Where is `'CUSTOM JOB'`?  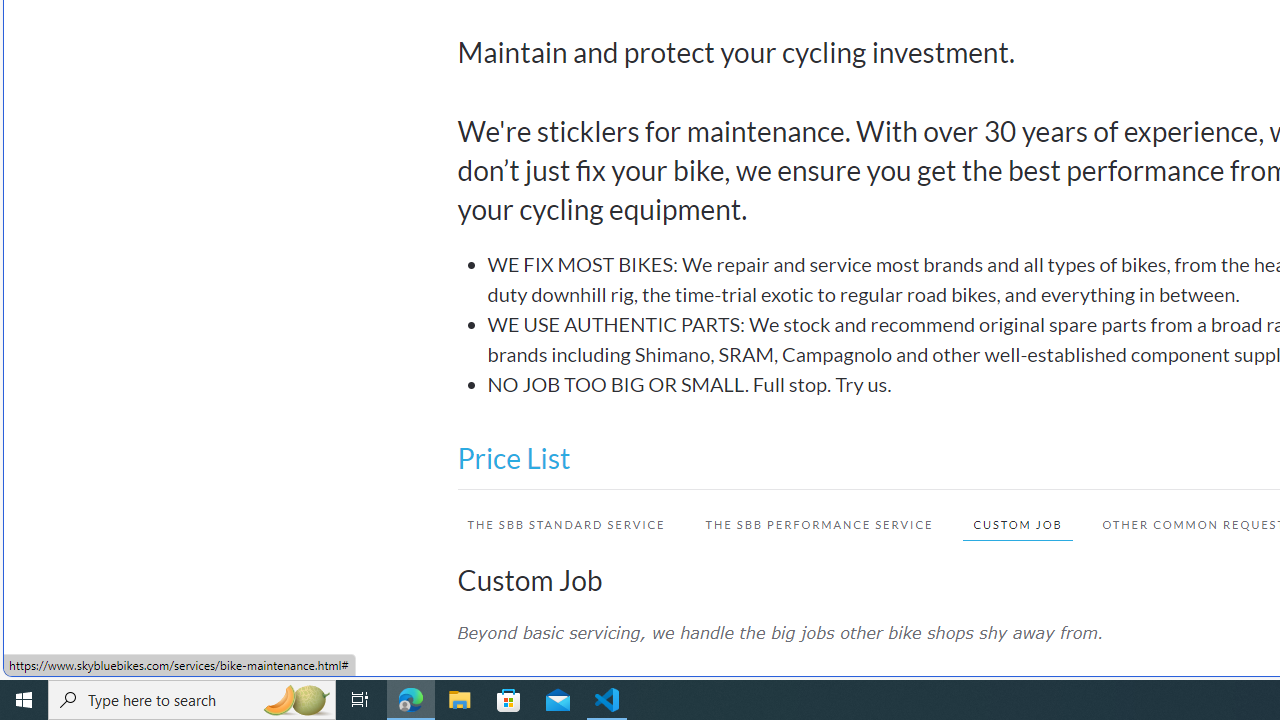 'CUSTOM JOB' is located at coordinates (1008, 523).